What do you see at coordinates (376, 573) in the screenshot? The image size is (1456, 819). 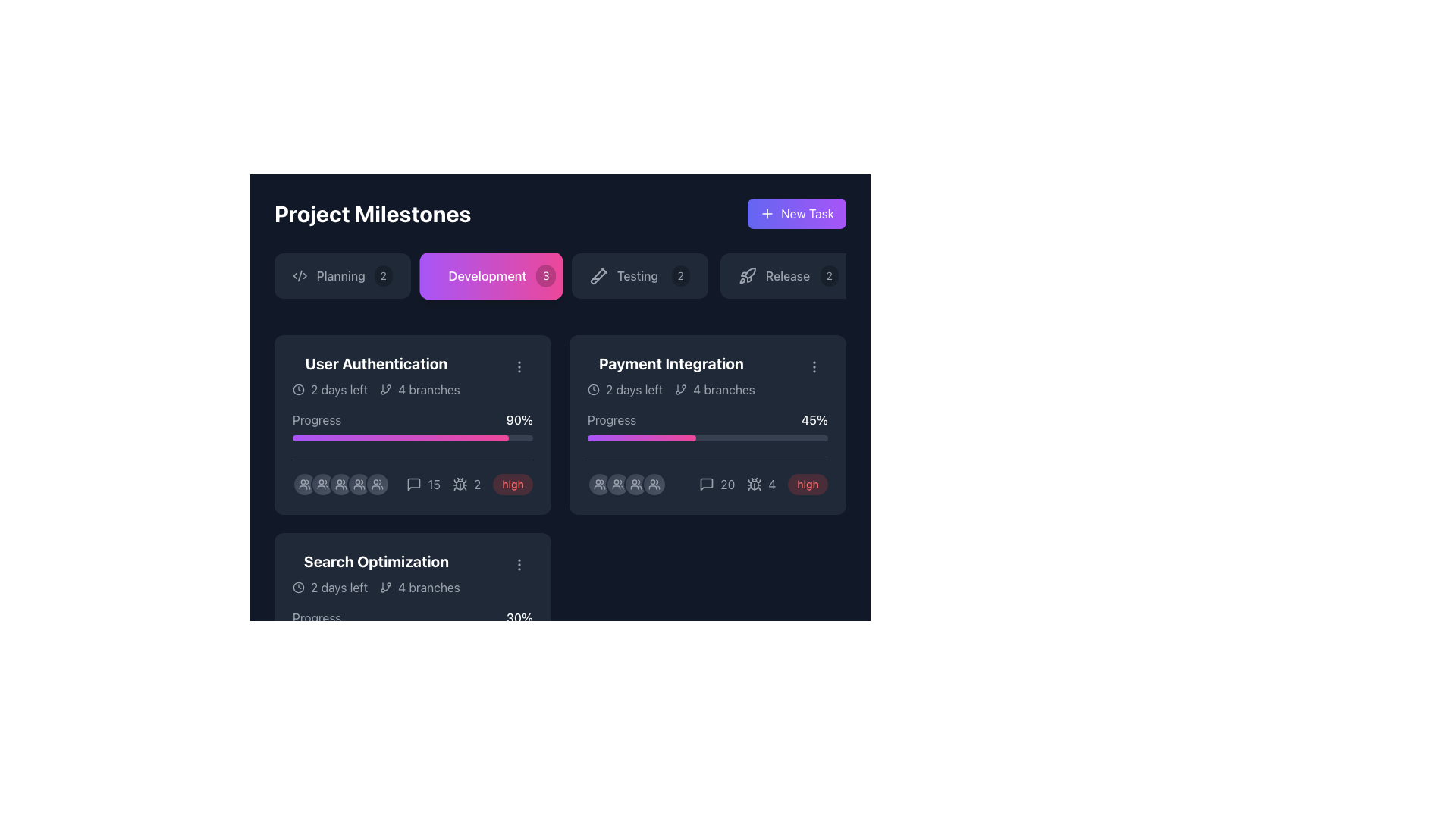 I see `the 'Search Optimization' text in the card located in the third row and first column of the grid under the 'Development' header to focus on it` at bounding box center [376, 573].